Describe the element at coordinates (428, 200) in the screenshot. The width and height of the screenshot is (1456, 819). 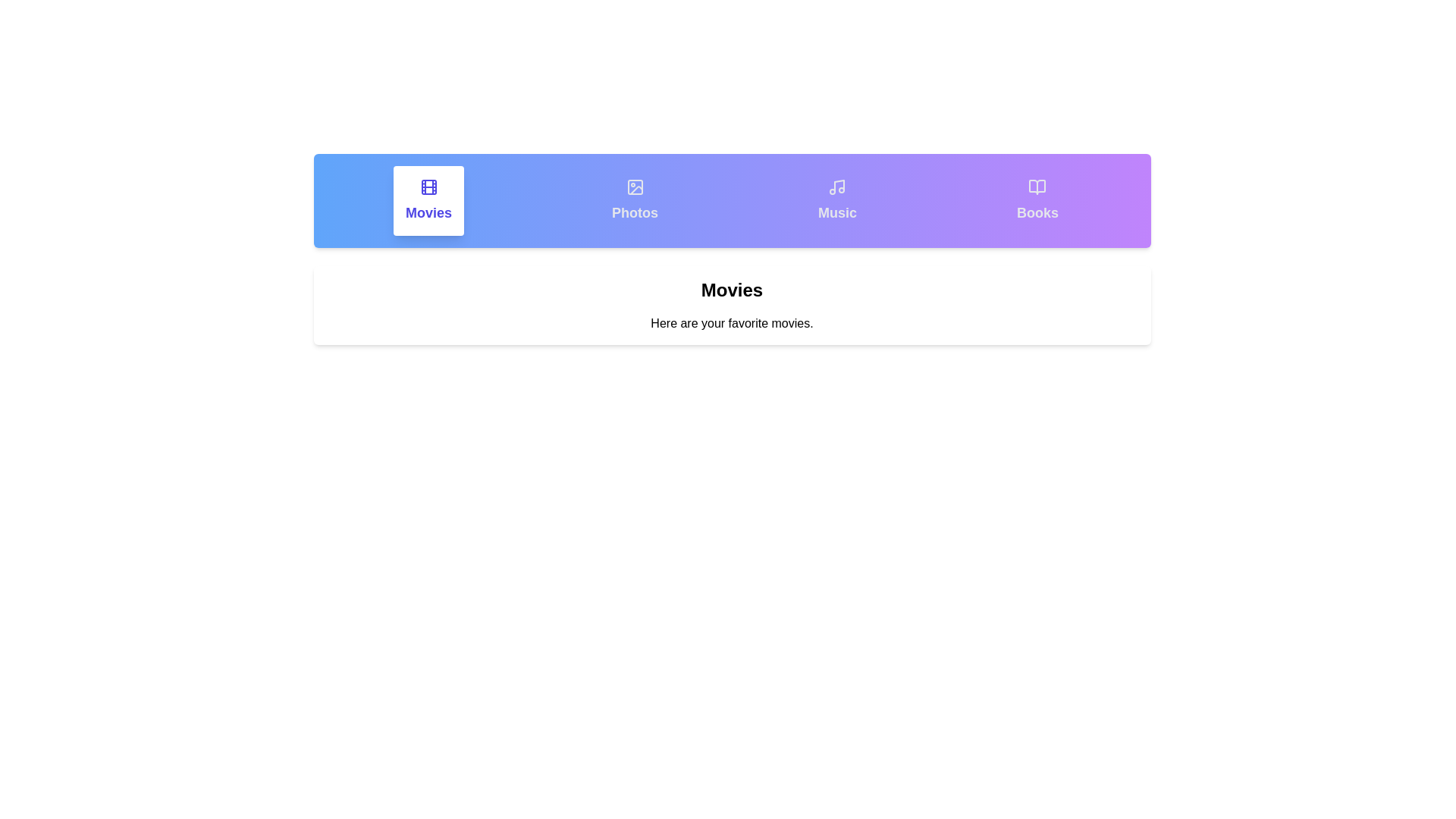
I see `the tab labeled Movies to display its content` at that location.